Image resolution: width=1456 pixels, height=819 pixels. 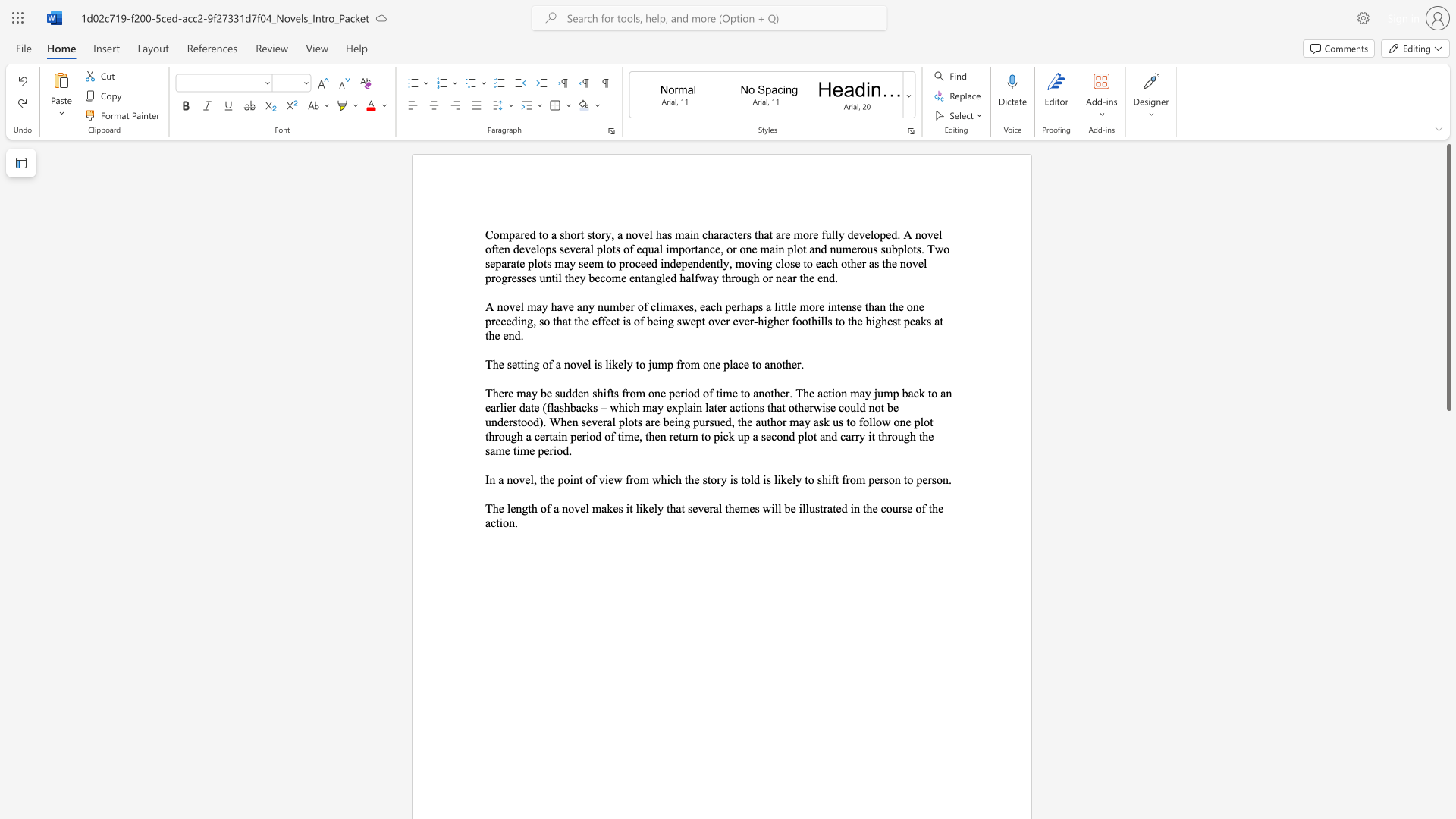 What do you see at coordinates (567, 278) in the screenshot?
I see `the subset text "hey become entangled halfway through or near the end." within the text "Compared to a short story, a novel has main characters that are more fully developed. A novel often develops several plots of equal importance, or one main plot and numerous subplots. Two separate plots may seem to proceed independently, moving close to each other as the novel progresses until they become entangled halfway through or near the end."` at bounding box center [567, 278].